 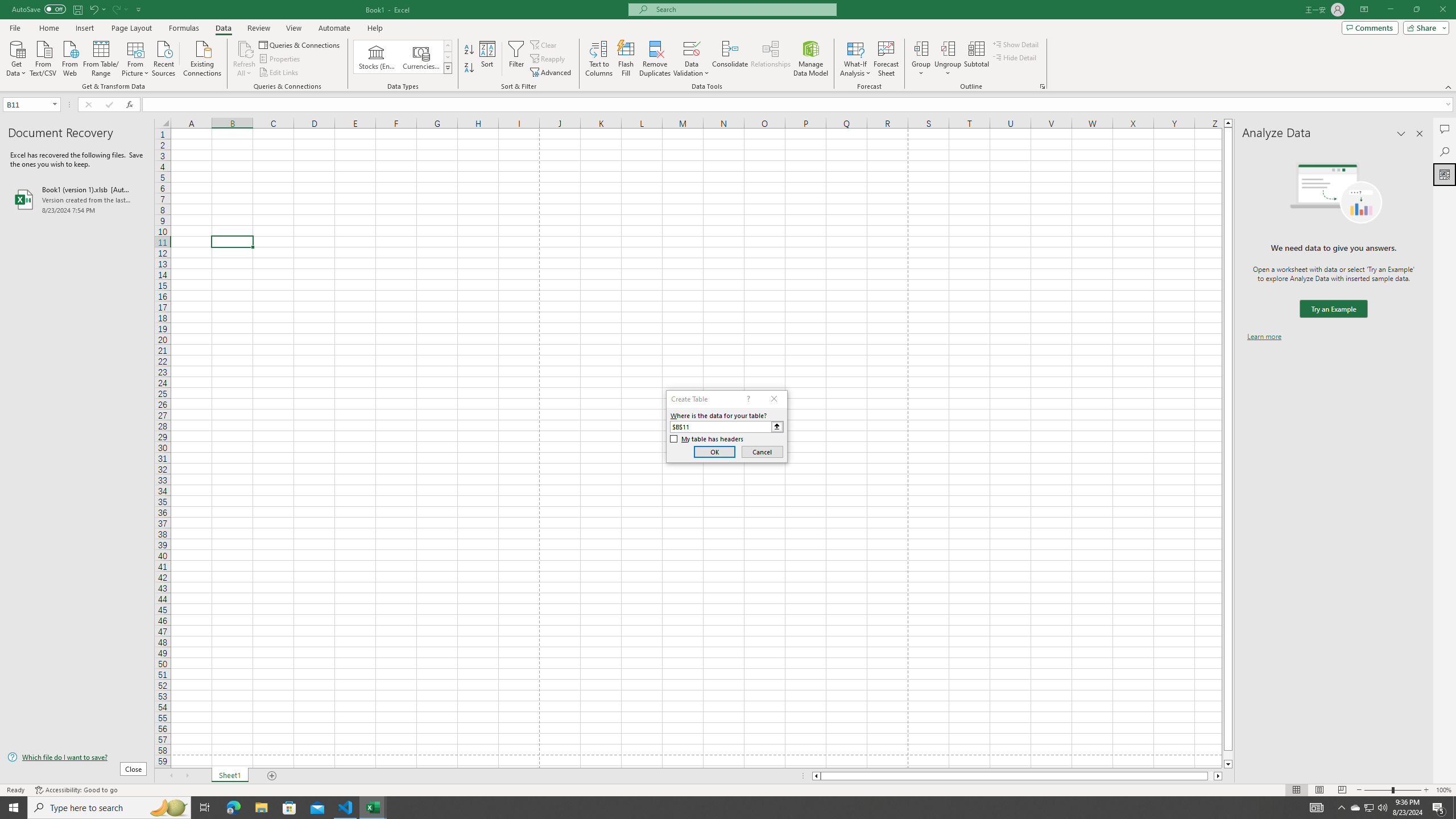 I want to click on 'Show Detail', so click(x=1015, y=44).